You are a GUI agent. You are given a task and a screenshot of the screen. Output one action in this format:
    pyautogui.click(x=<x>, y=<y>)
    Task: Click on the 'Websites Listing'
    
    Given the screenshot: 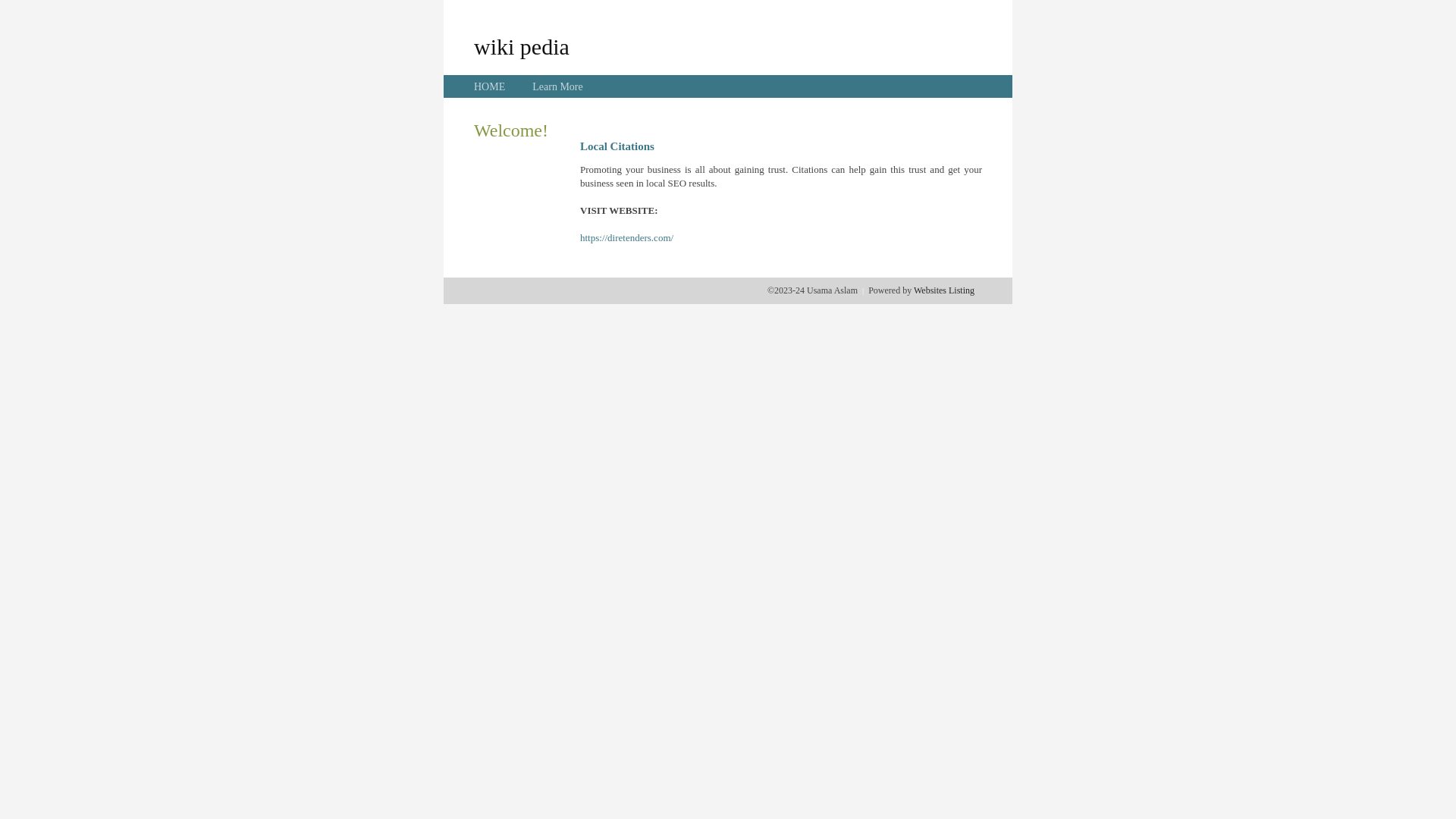 What is the action you would take?
    pyautogui.click(x=943, y=290)
    